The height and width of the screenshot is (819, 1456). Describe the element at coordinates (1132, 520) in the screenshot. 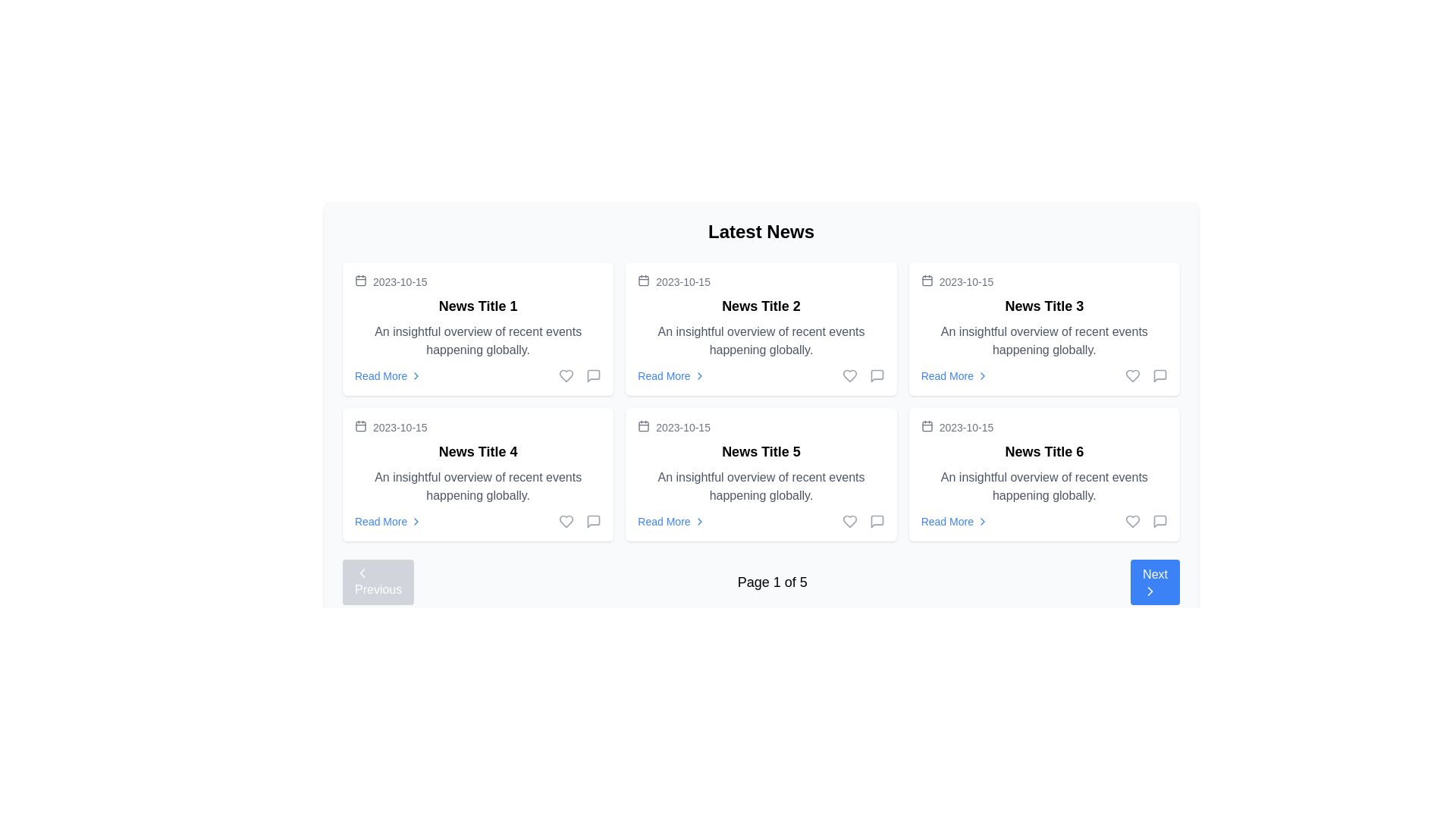

I see `the like icon located at the bottom-right corner of the news card titled 'News Title 6'` at that location.